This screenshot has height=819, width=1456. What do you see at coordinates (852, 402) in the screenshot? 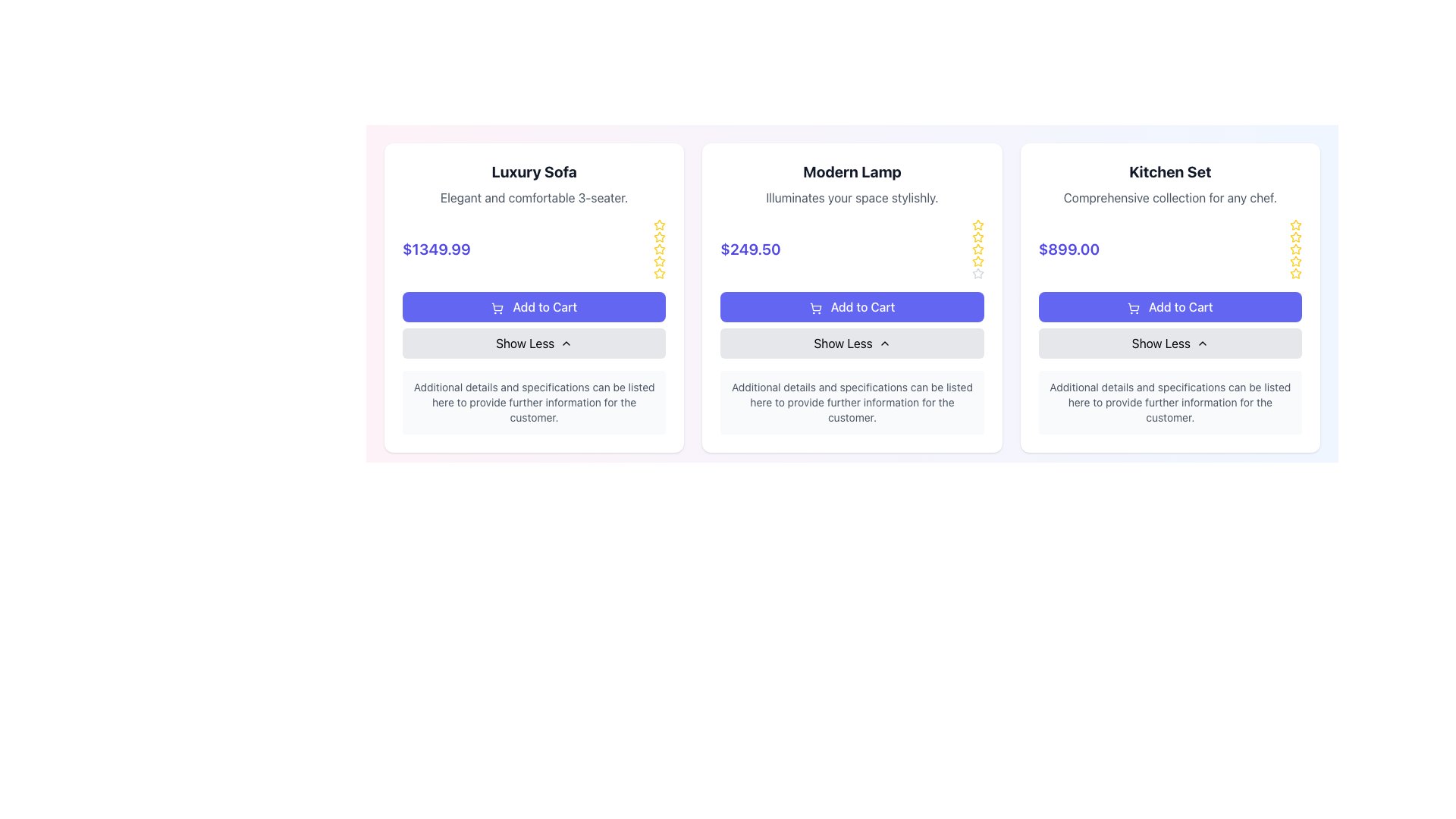
I see `the text block that contains the descriptive text "Additional details and specifications can be listed here to provide further information for the customer," which is positioned below the "Show Less ↑" button in the card titled "Modern Lamp."` at bounding box center [852, 402].